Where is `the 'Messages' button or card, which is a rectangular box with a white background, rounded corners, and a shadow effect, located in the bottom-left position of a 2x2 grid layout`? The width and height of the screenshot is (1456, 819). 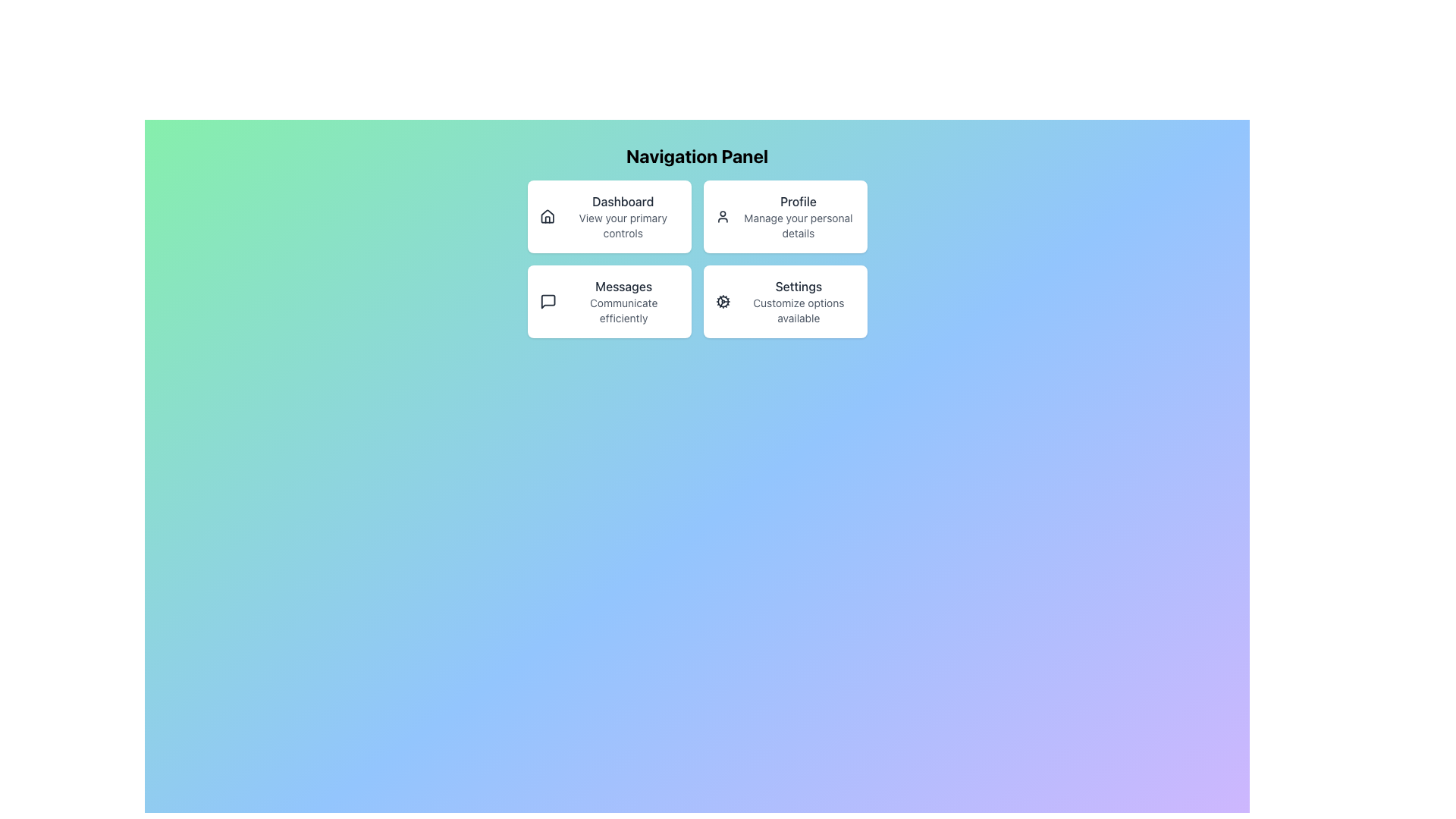 the 'Messages' button or card, which is a rectangular box with a white background, rounded corners, and a shadow effect, located in the bottom-left position of a 2x2 grid layout is located at coordinates (609, 301).